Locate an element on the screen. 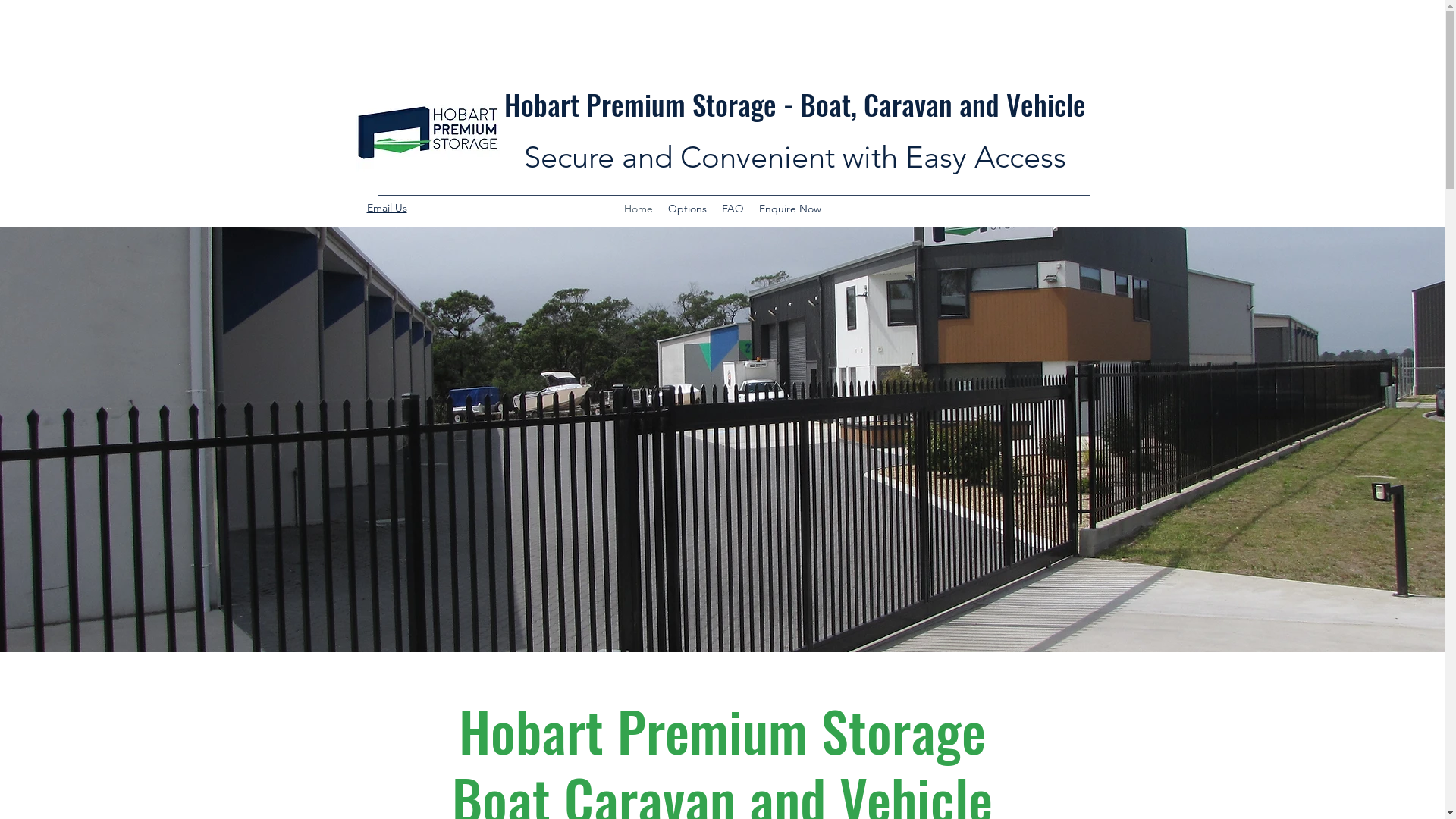 The height and width of the screenshot is (819, 1456). 'Email Us' is located at coordinates (387, 207).